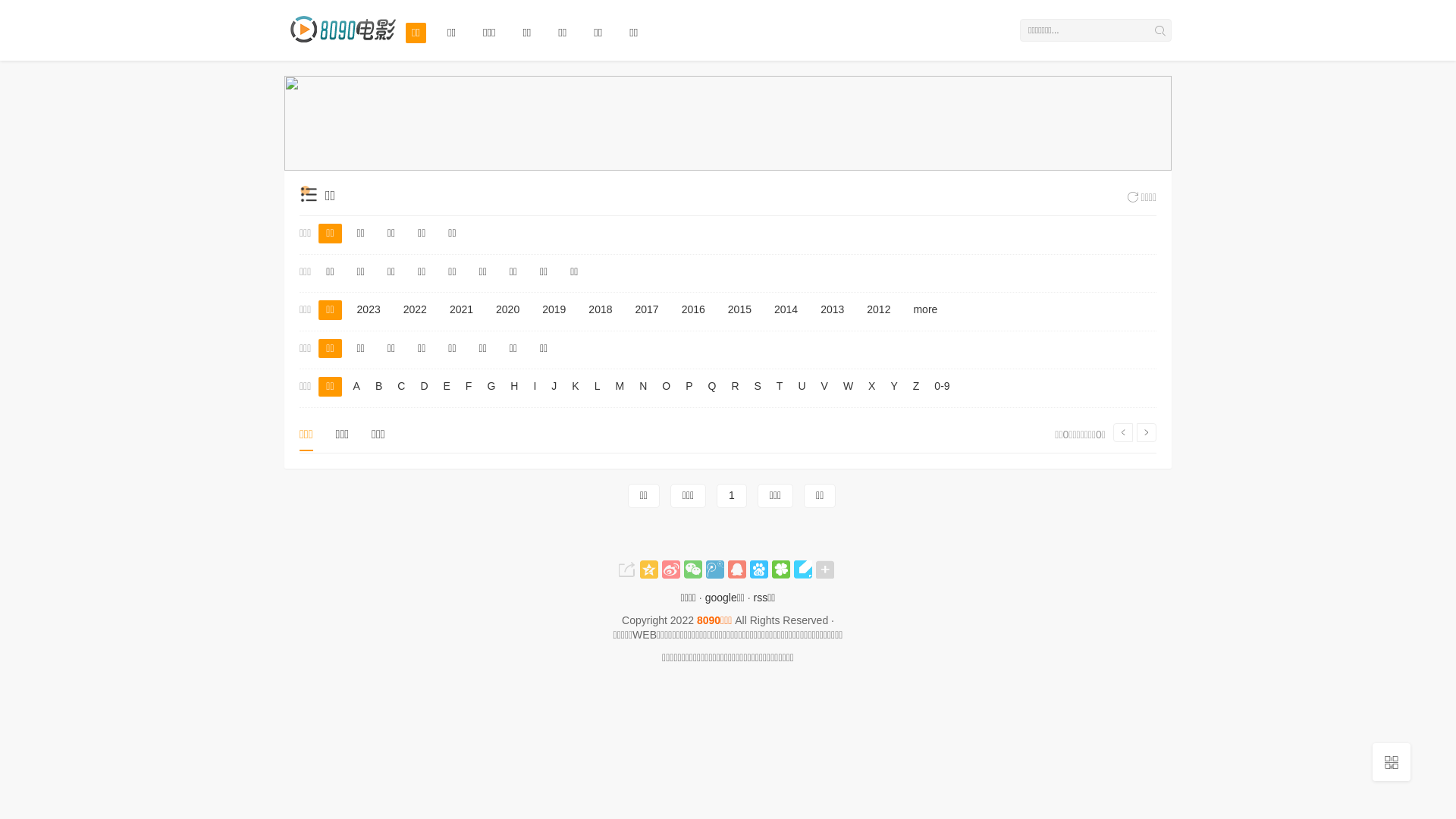 The height and width of the screenshot is (819, 1456). I want to click on 'V', so click(817, 385).